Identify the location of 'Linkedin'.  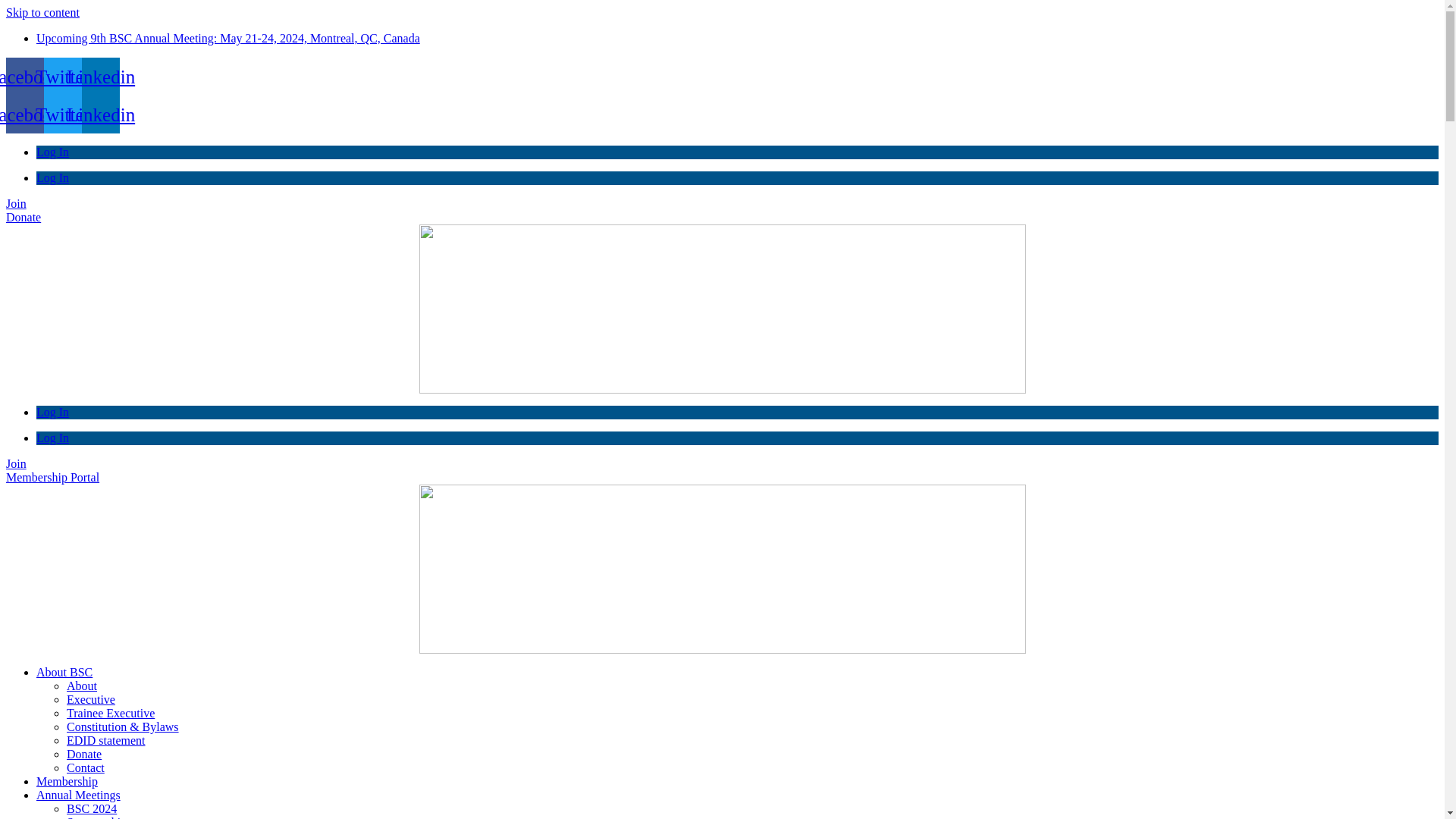
(100, 113).